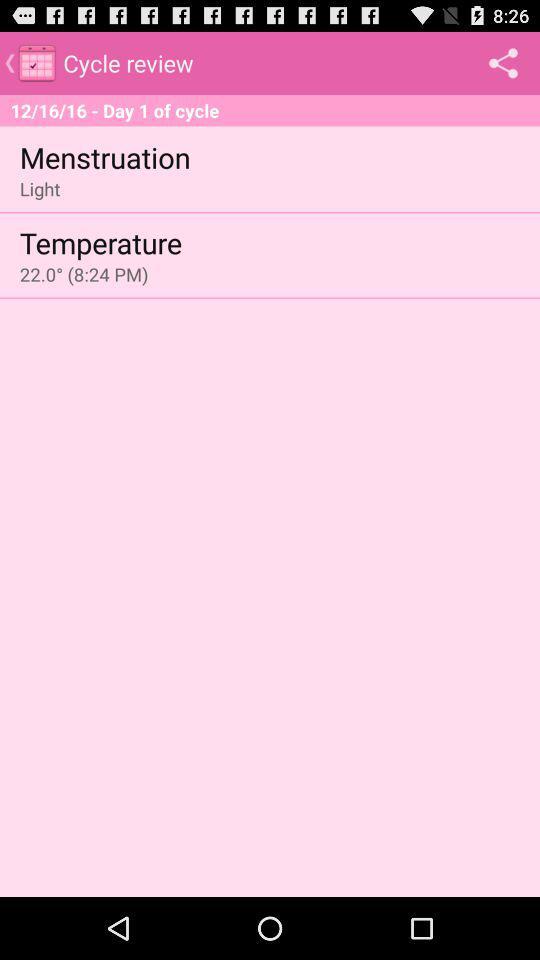 This screenshot has width=540, height=960. Describe the element at coordinates (40, 188) in the screenshot. I see `icon below menstruation app` at that location.